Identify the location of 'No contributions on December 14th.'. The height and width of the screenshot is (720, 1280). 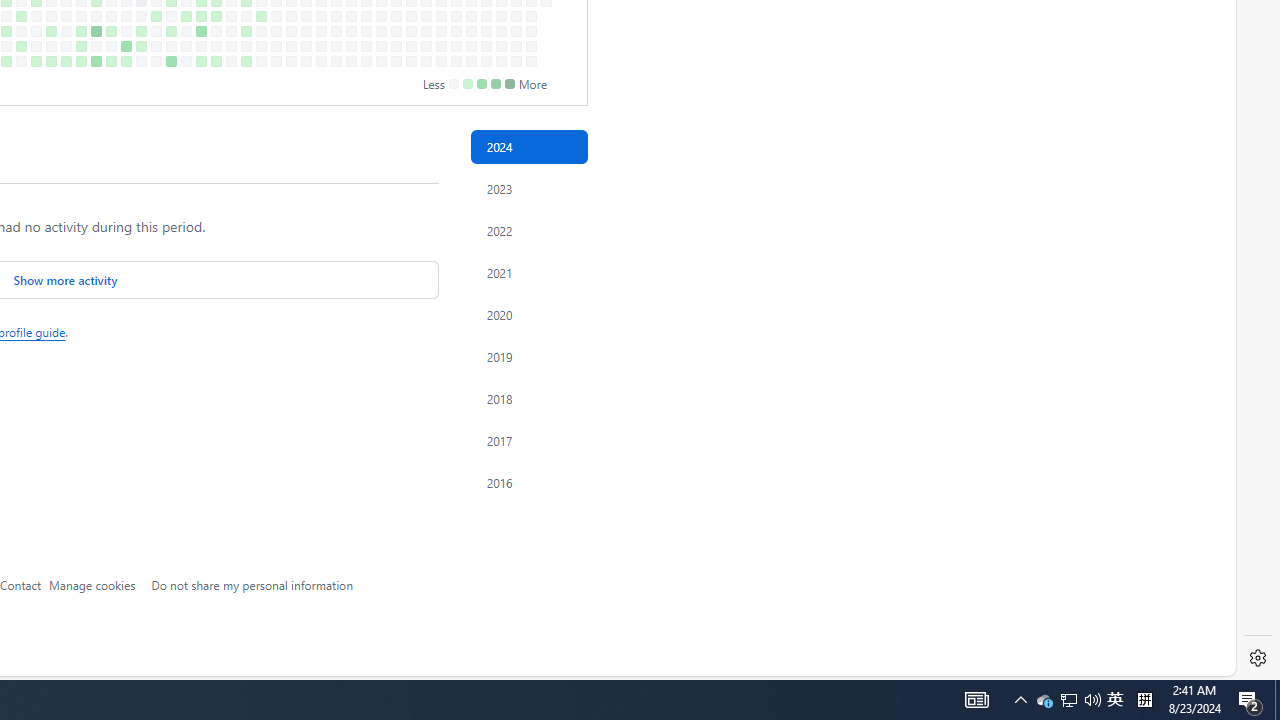
(501, 60).